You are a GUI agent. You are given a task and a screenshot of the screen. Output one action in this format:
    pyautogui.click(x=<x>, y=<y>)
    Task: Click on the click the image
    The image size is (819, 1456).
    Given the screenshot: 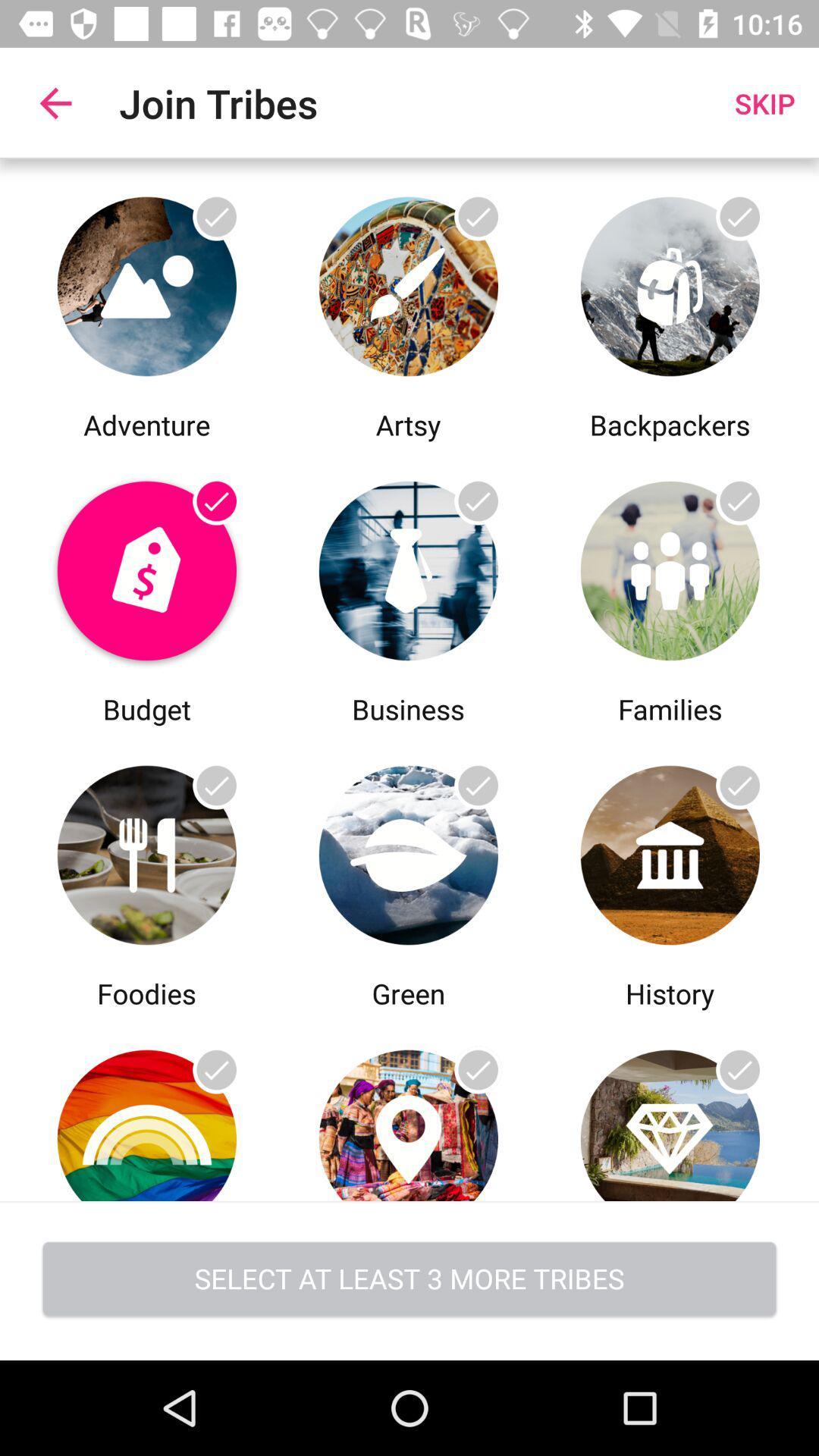 What is the action you would take?
    pyautogui.click(x=669, y=851)
    